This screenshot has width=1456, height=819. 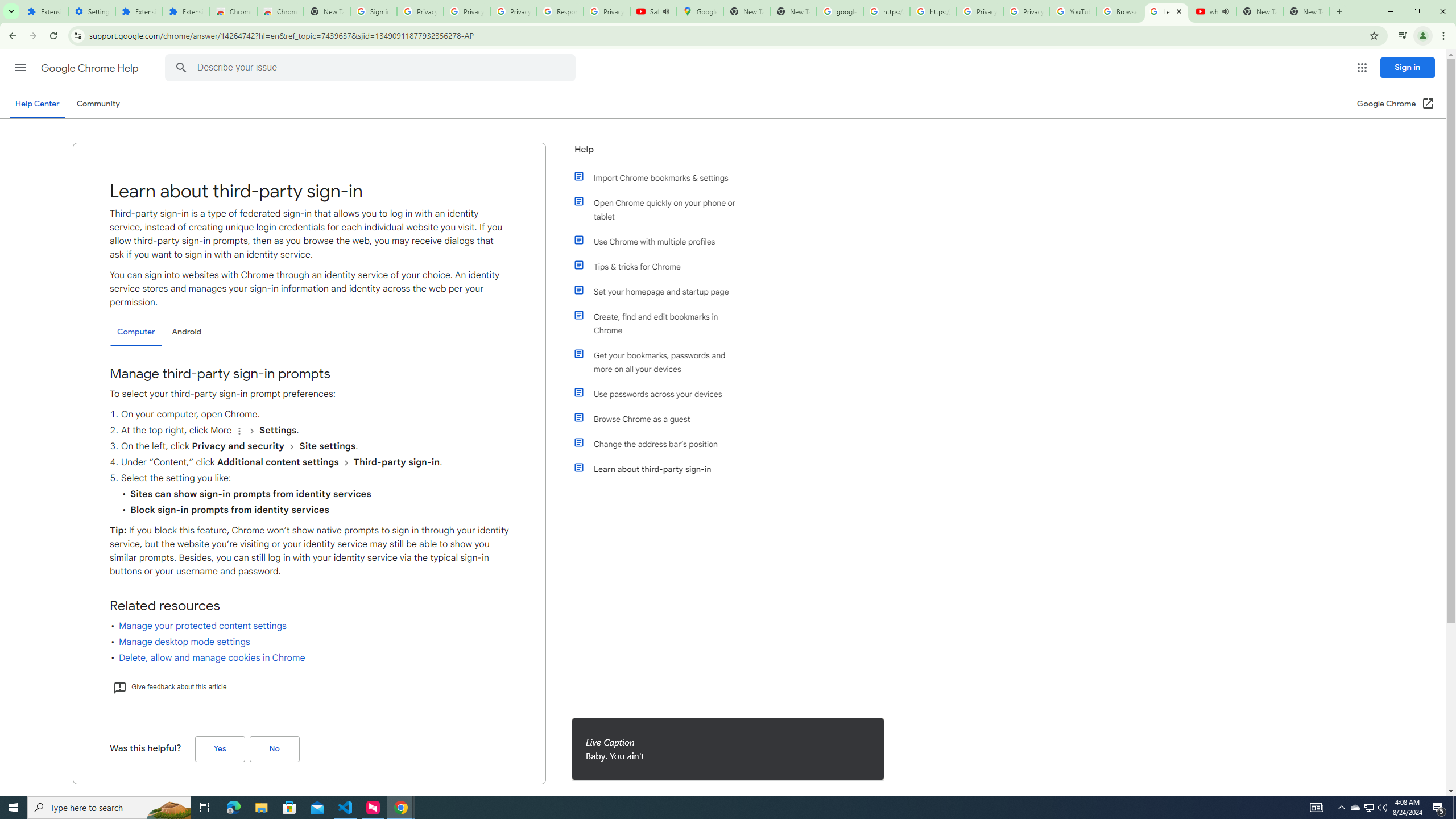 What do you see at coordinates (44, 11) in the screenshot?
I see `'Extensions'` at bounding box center [44, 11].